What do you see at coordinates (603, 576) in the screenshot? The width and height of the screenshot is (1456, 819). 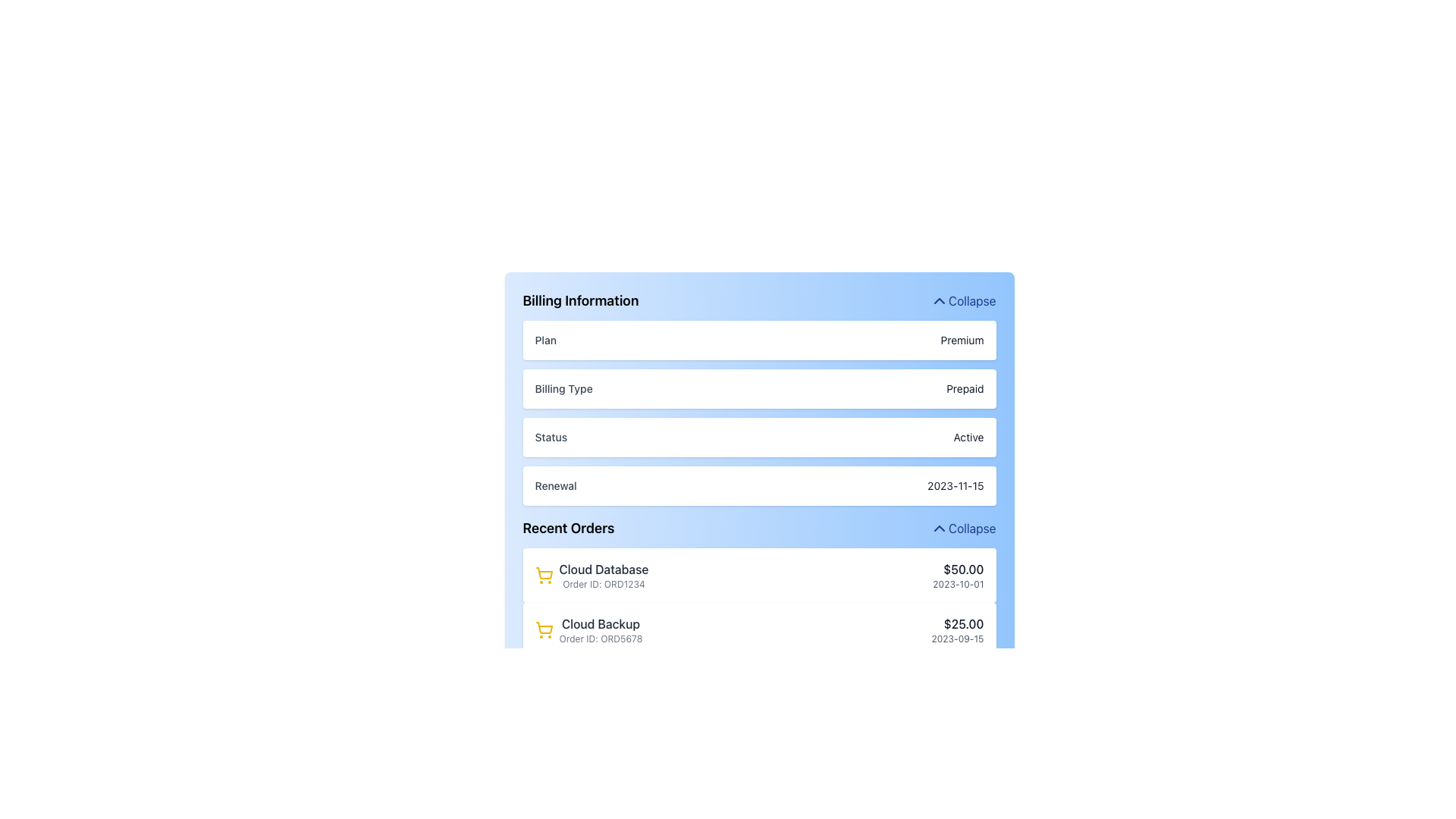 I see `the 'Cloud Database' text block that displays 'Order ID: ORD1234' in the Recent Orders section` at bounding box center [603, 576].